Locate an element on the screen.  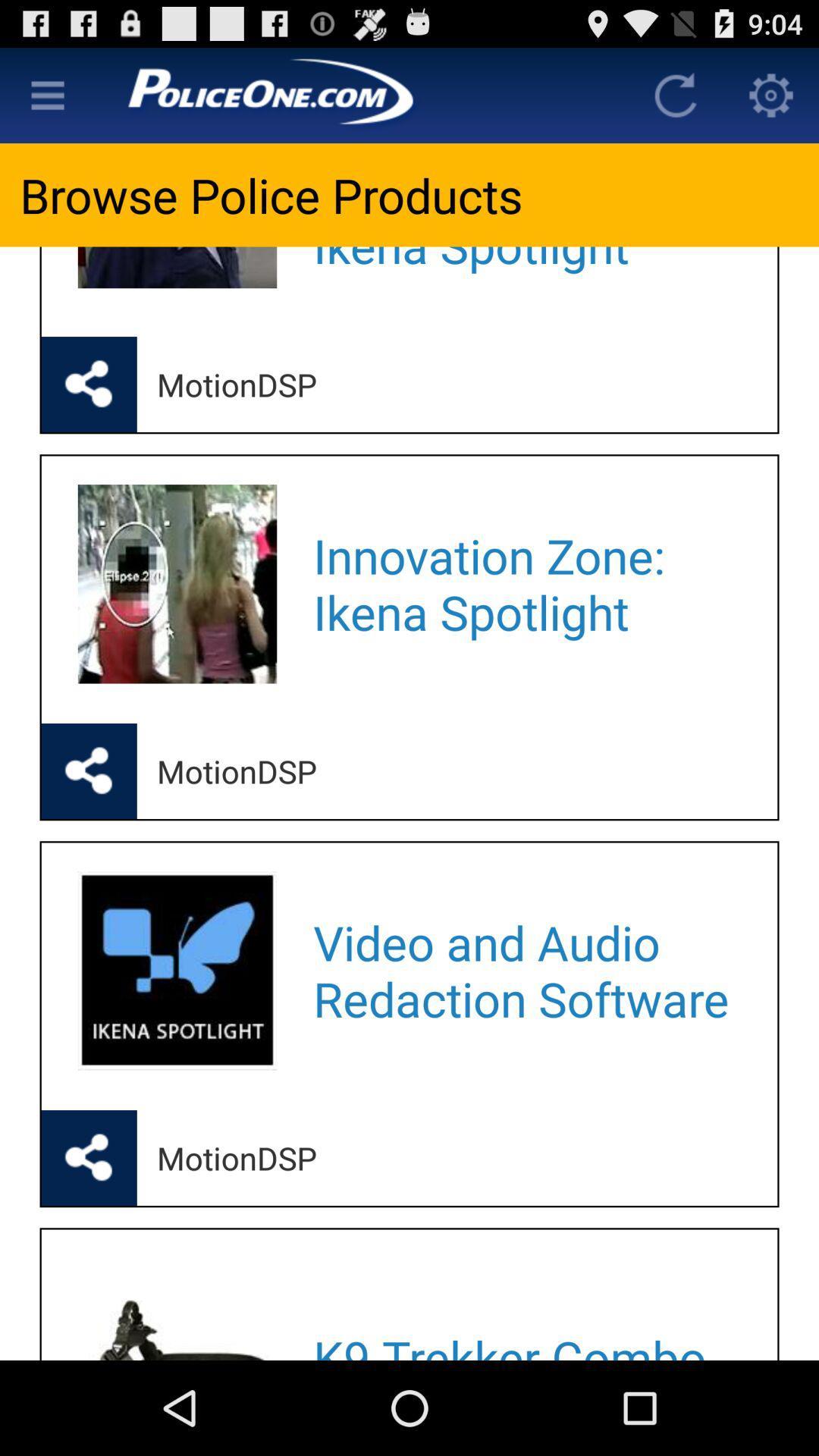
sahre is located at coordinates (89, 1156).